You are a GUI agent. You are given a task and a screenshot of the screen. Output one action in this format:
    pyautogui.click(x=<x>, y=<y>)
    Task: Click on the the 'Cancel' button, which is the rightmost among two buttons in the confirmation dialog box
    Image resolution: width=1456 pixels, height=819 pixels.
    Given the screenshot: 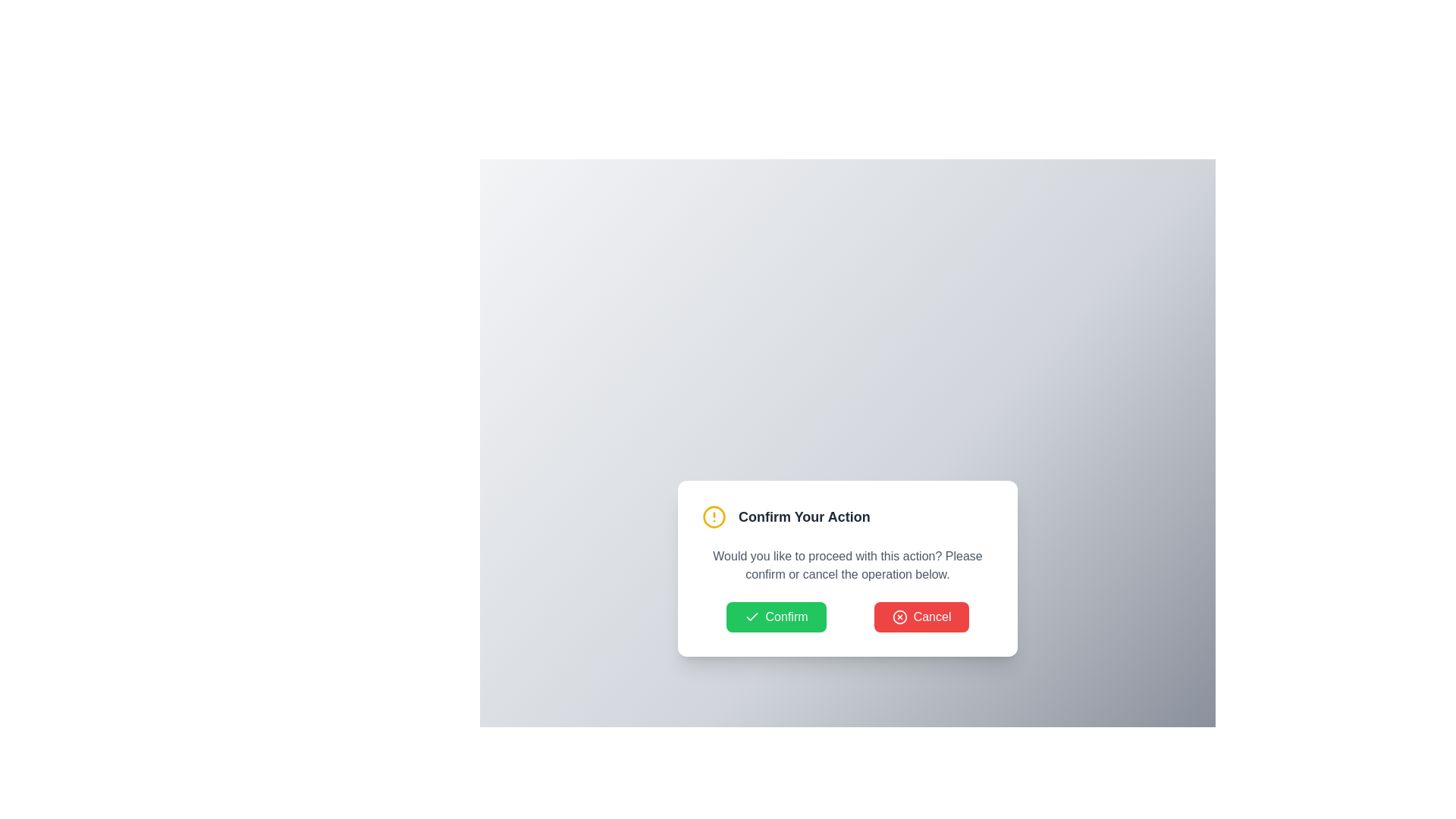 What is the action you would take?
    pyautogui.click(x=899, y=617)
    